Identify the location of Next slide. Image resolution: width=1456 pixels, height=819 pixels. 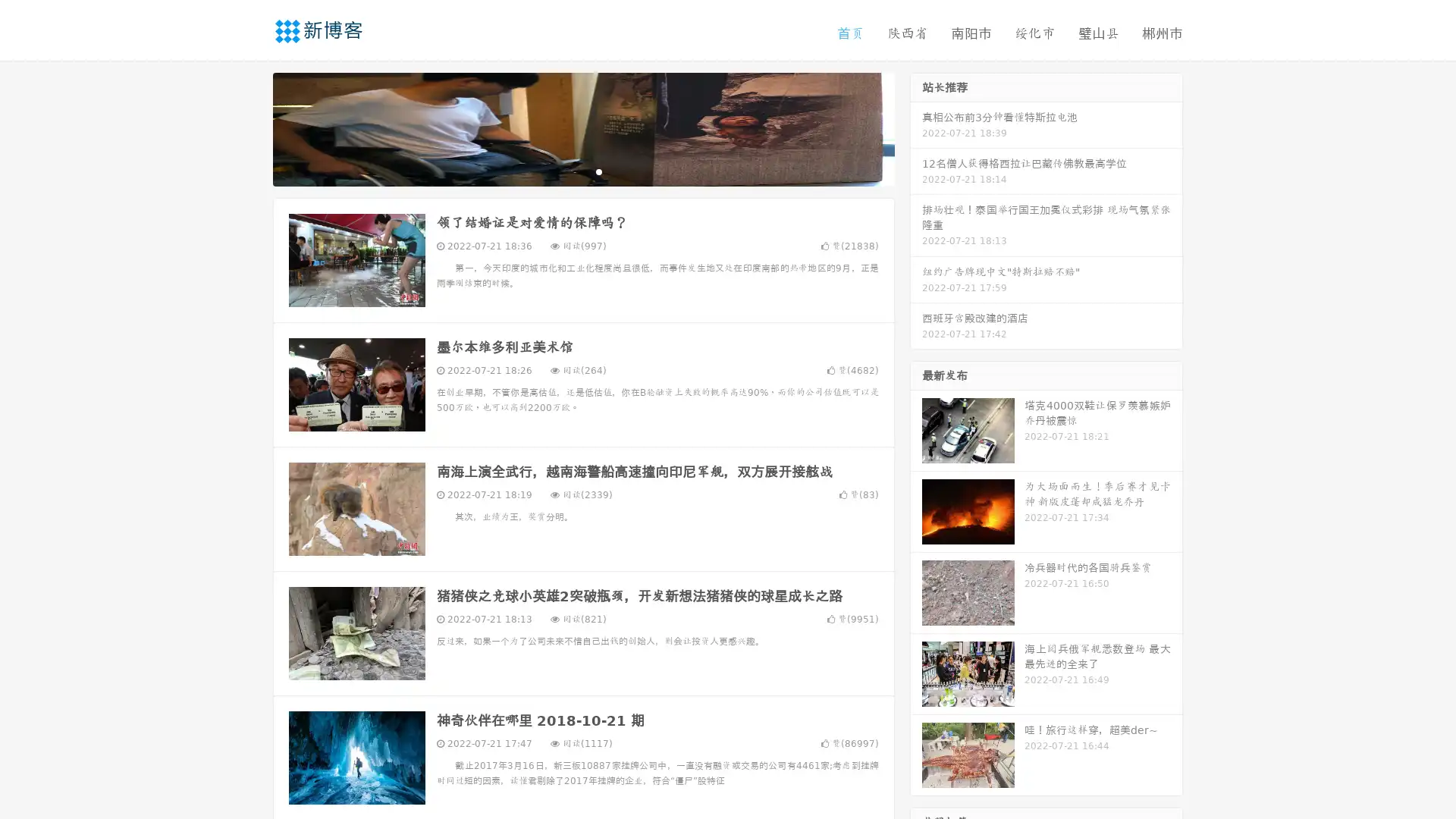
(916, 127).